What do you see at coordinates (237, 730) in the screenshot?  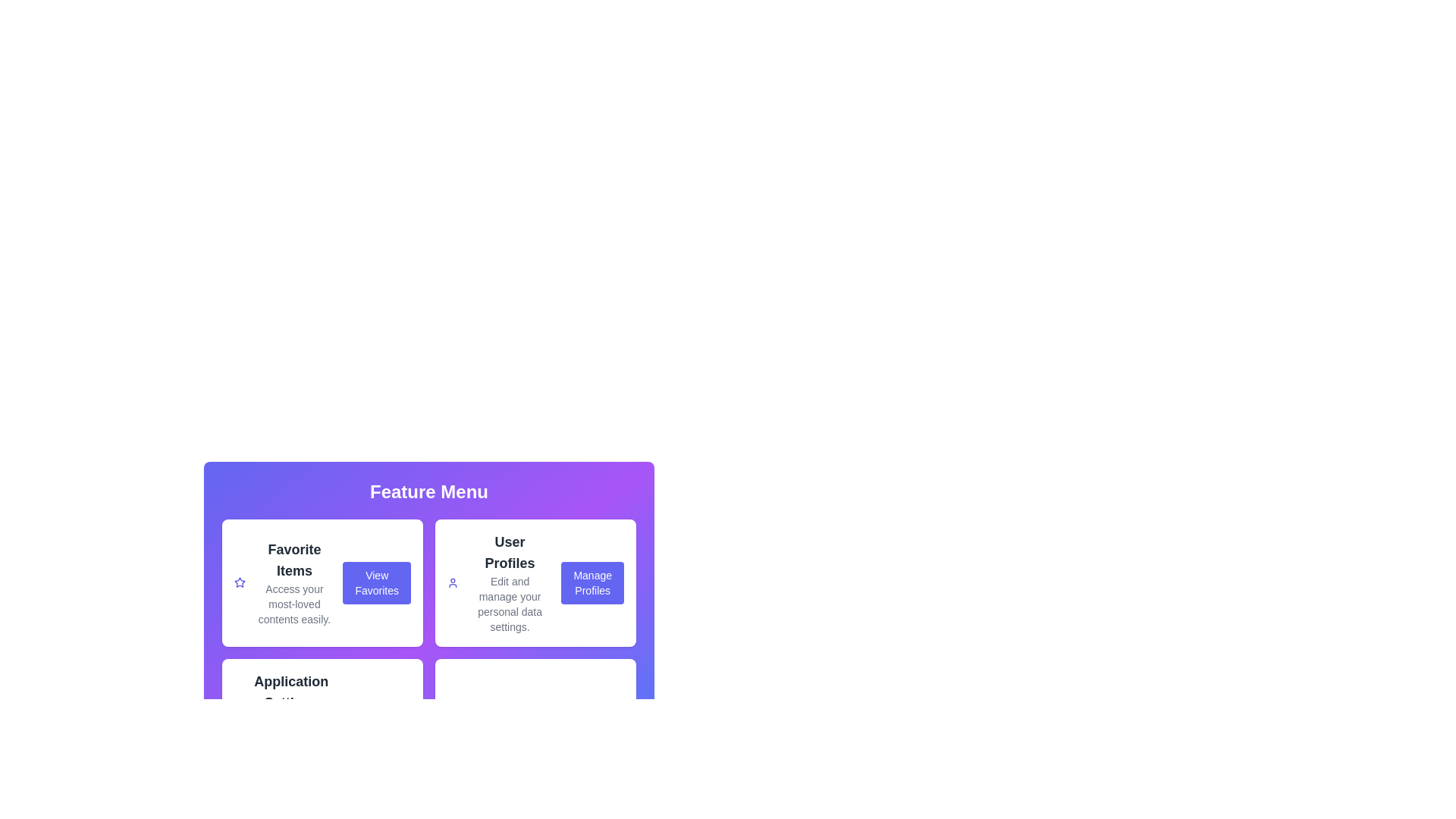 I see `the icon corresponding to Application Settings` at bounding box center [237, 730].